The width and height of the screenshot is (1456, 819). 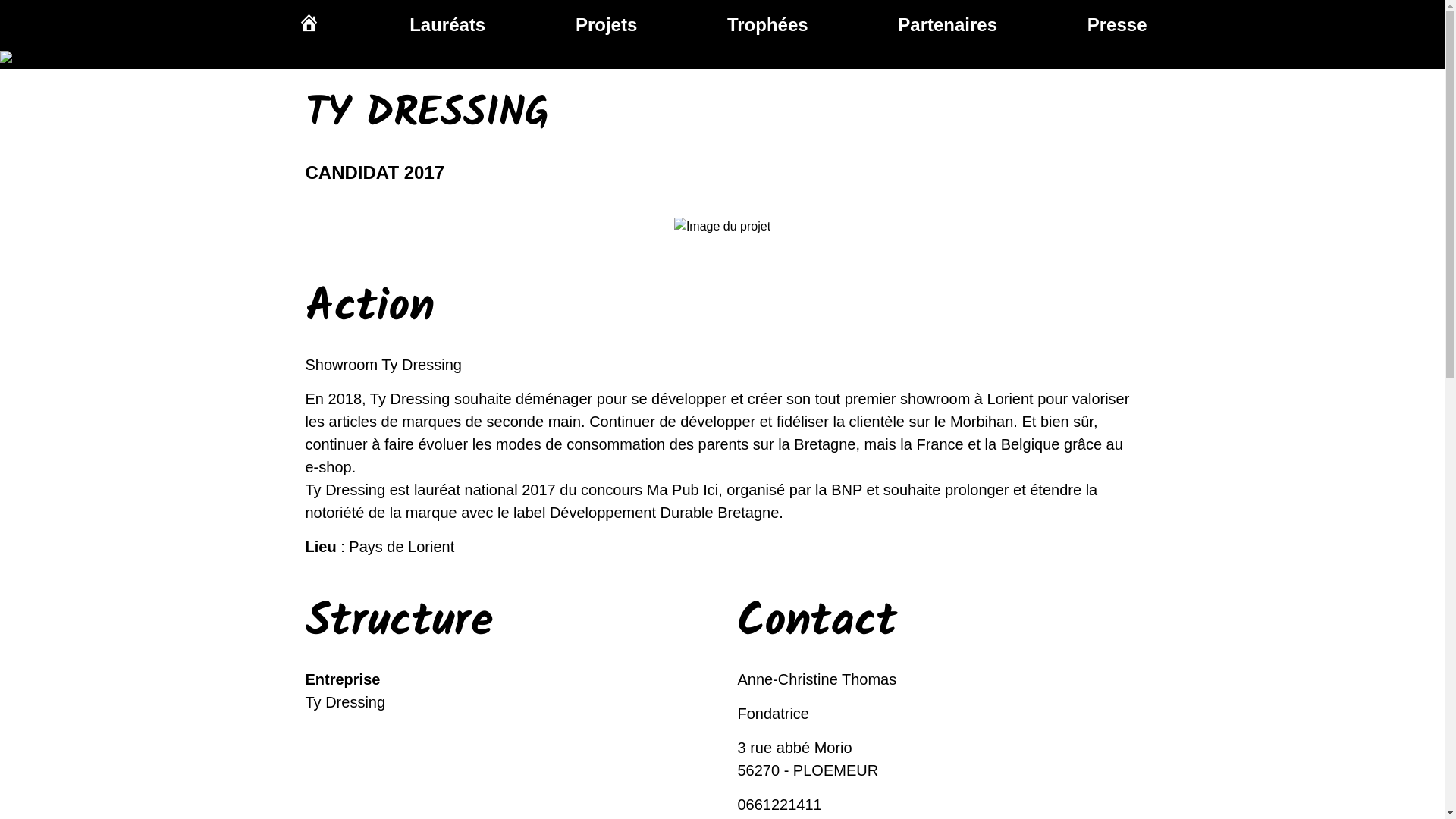 I want to click on 'Accueil', so click(x=307, y=24).